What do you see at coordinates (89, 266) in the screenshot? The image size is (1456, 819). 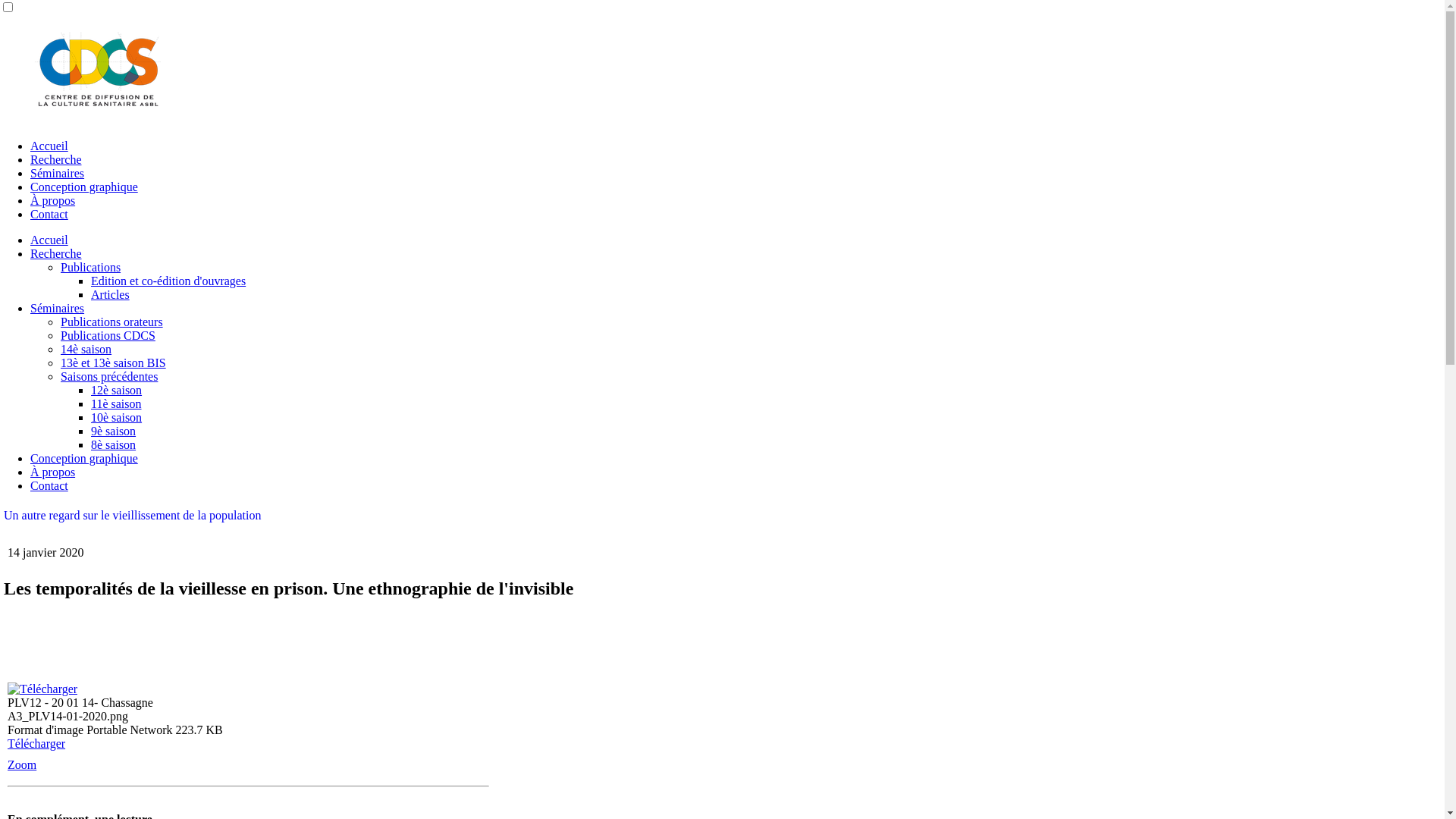 I see `'Publications'` at bounding box center [89, 266].